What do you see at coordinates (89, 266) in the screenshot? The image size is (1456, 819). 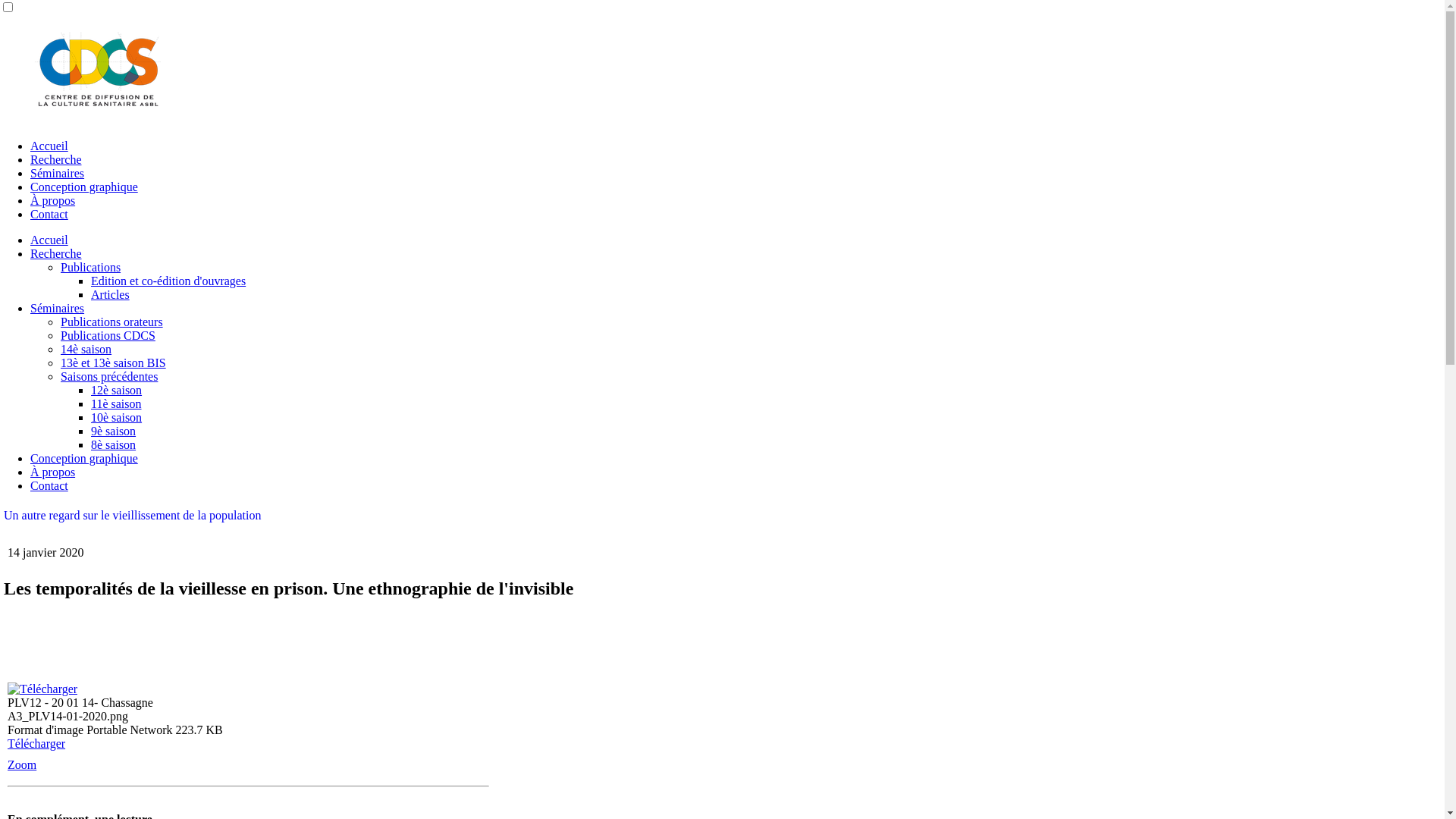 I see `'Publications'` at bounding box center [89, 266].